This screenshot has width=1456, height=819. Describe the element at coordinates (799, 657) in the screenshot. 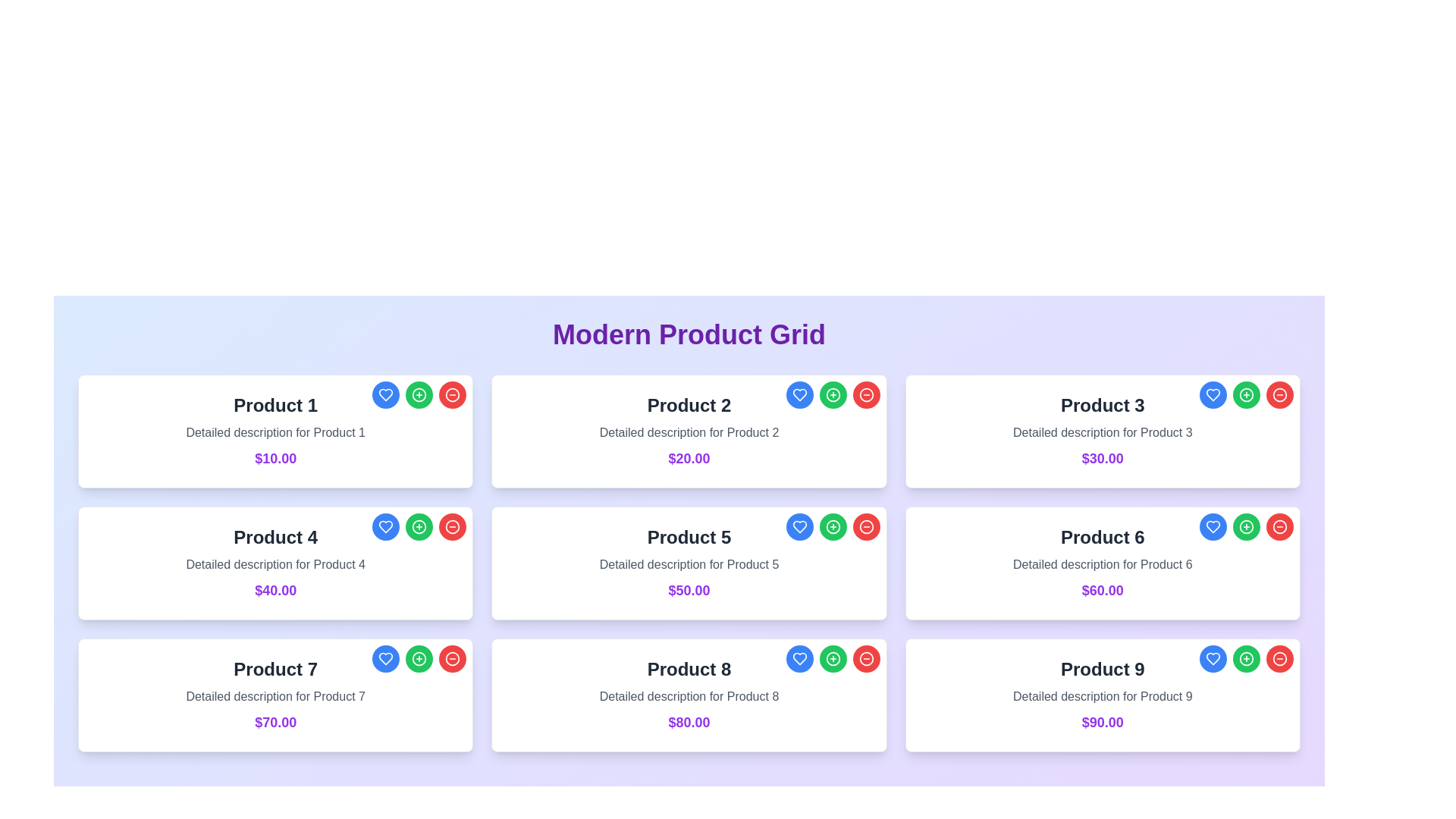

I see `the circular blue button with a white heart icon to mark 'Product 8' as favorite` at that location.